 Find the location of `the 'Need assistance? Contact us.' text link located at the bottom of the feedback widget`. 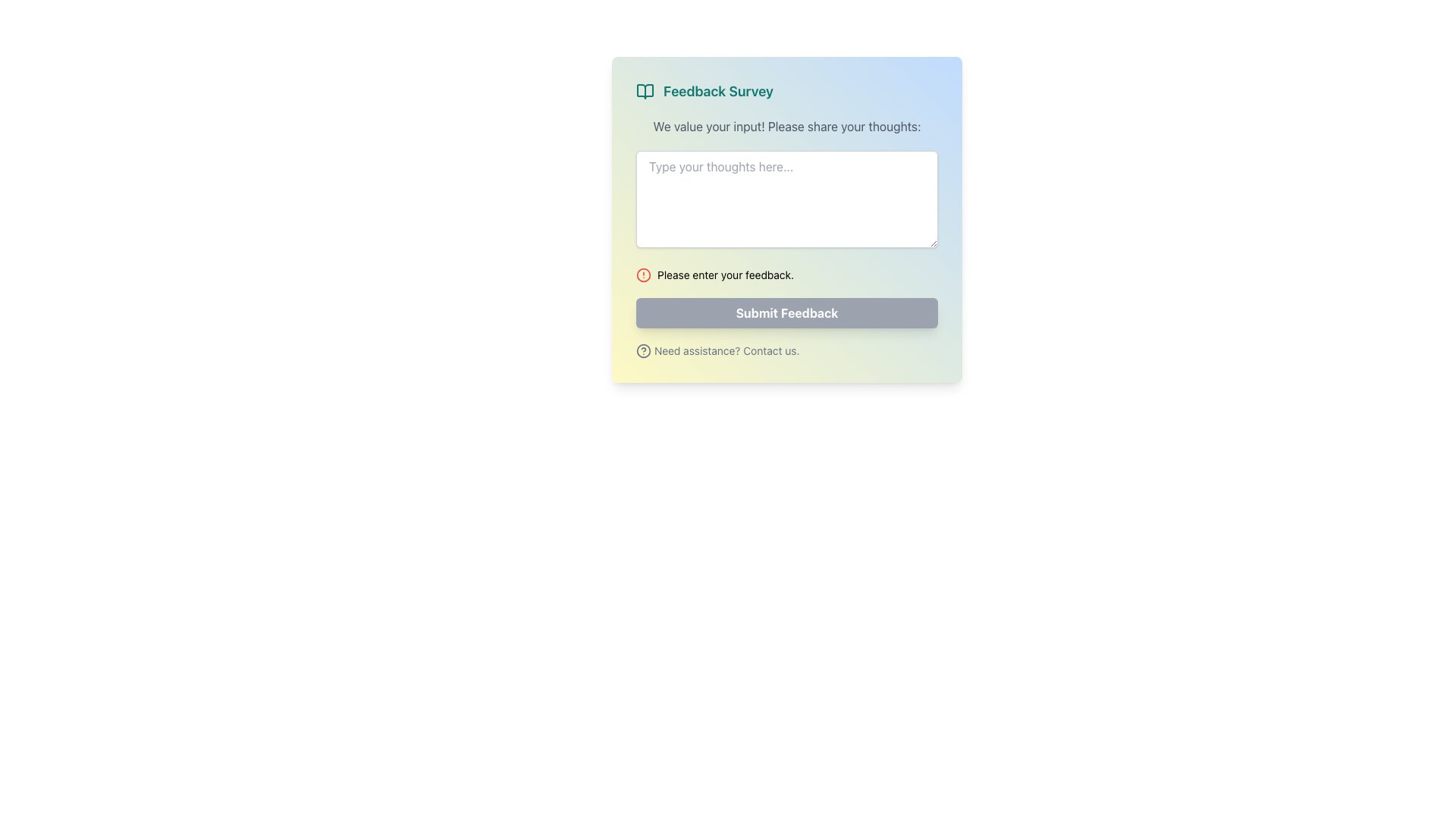

the 'Need assistance? Contact us.' text link located at the bottom of the feedback widget is located at coordinates (786, 350).